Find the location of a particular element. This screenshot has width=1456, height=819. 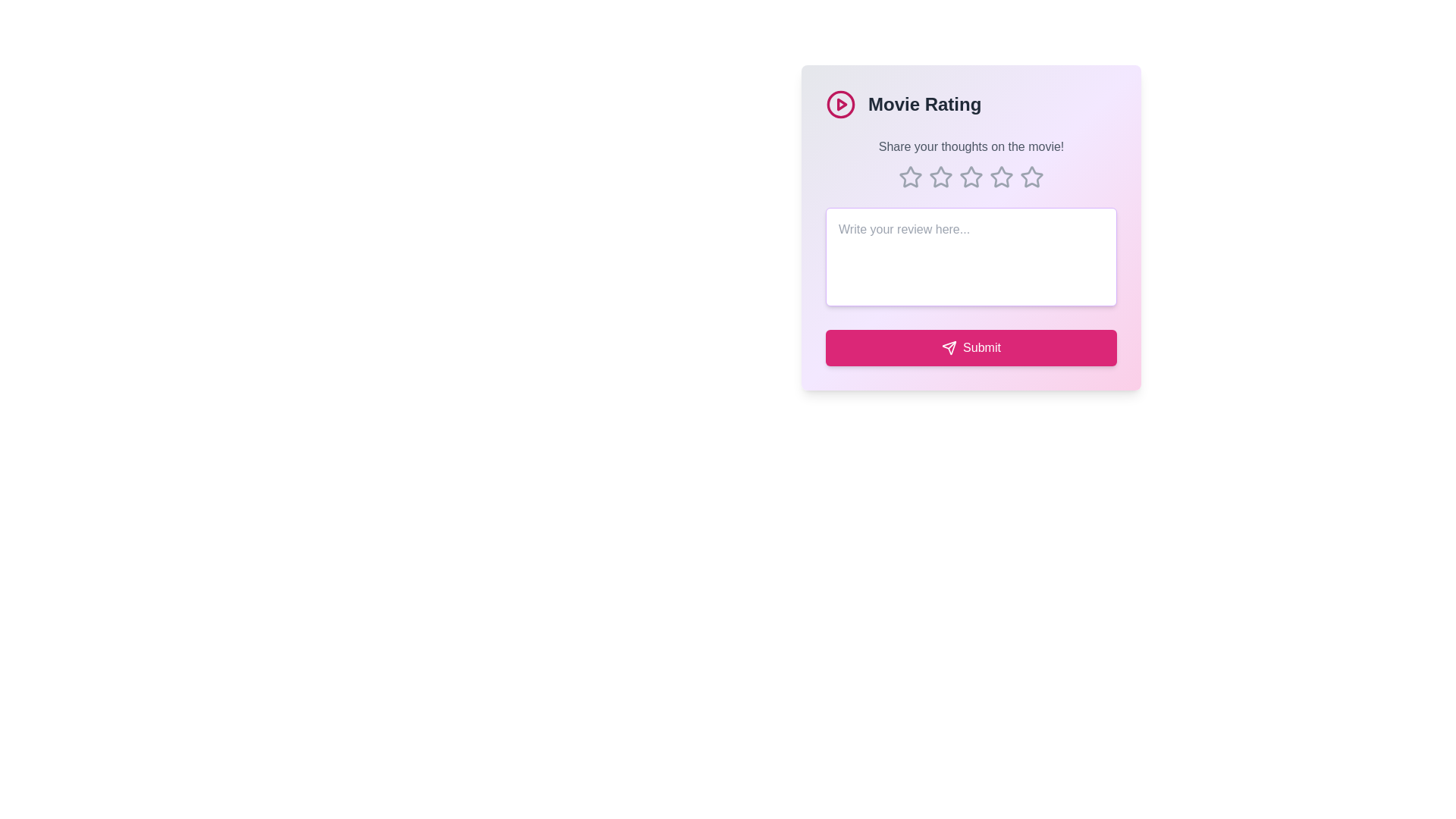

the fifth star icon used for rating in the 'Movie Rating' section is located at coordinates (1031, 175).